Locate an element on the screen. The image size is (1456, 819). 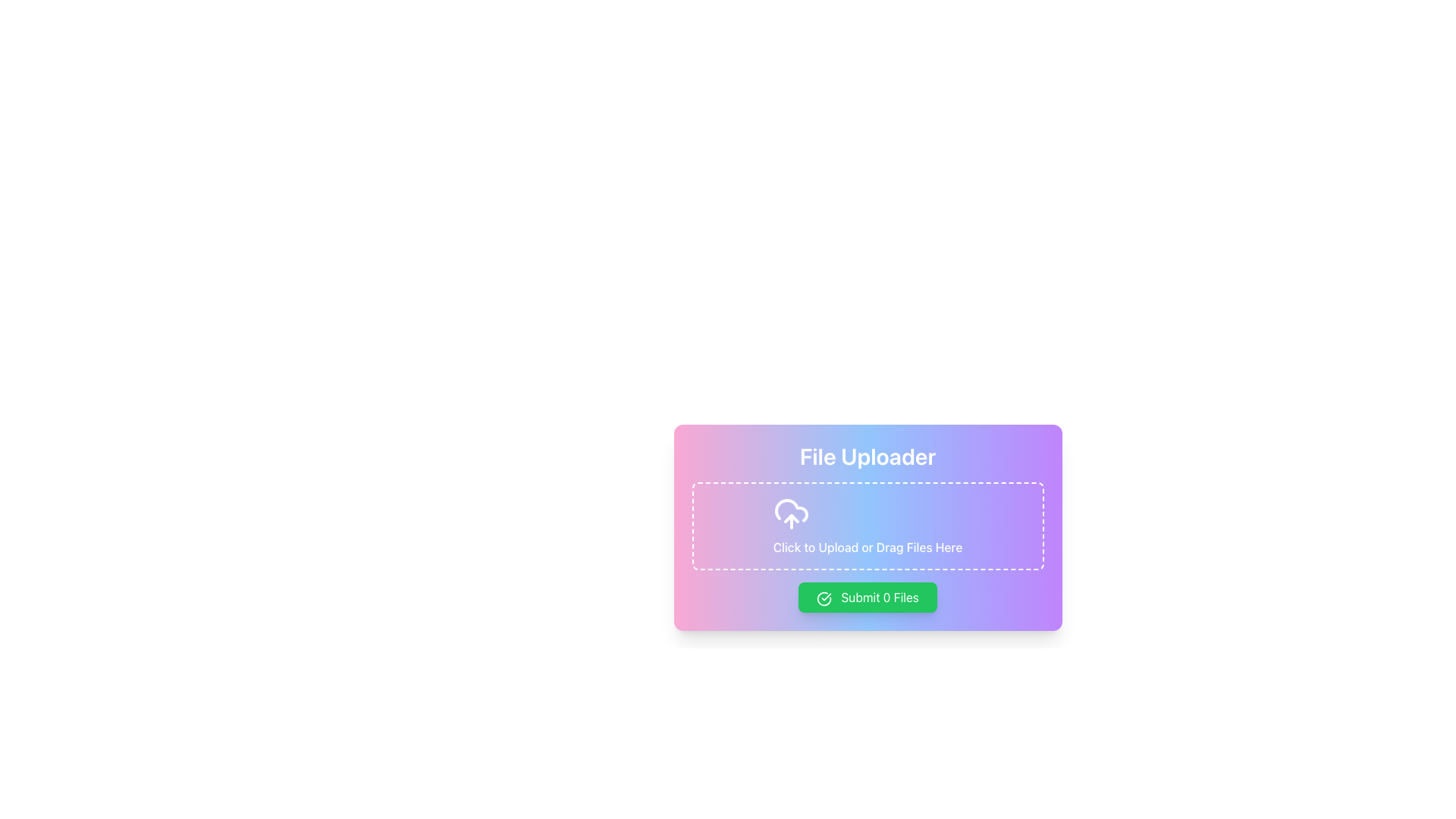
the descriptive header indicating the purpose of the panel to upload files, which is the topmost element in the centered panel is located at coordinates (868, 455).